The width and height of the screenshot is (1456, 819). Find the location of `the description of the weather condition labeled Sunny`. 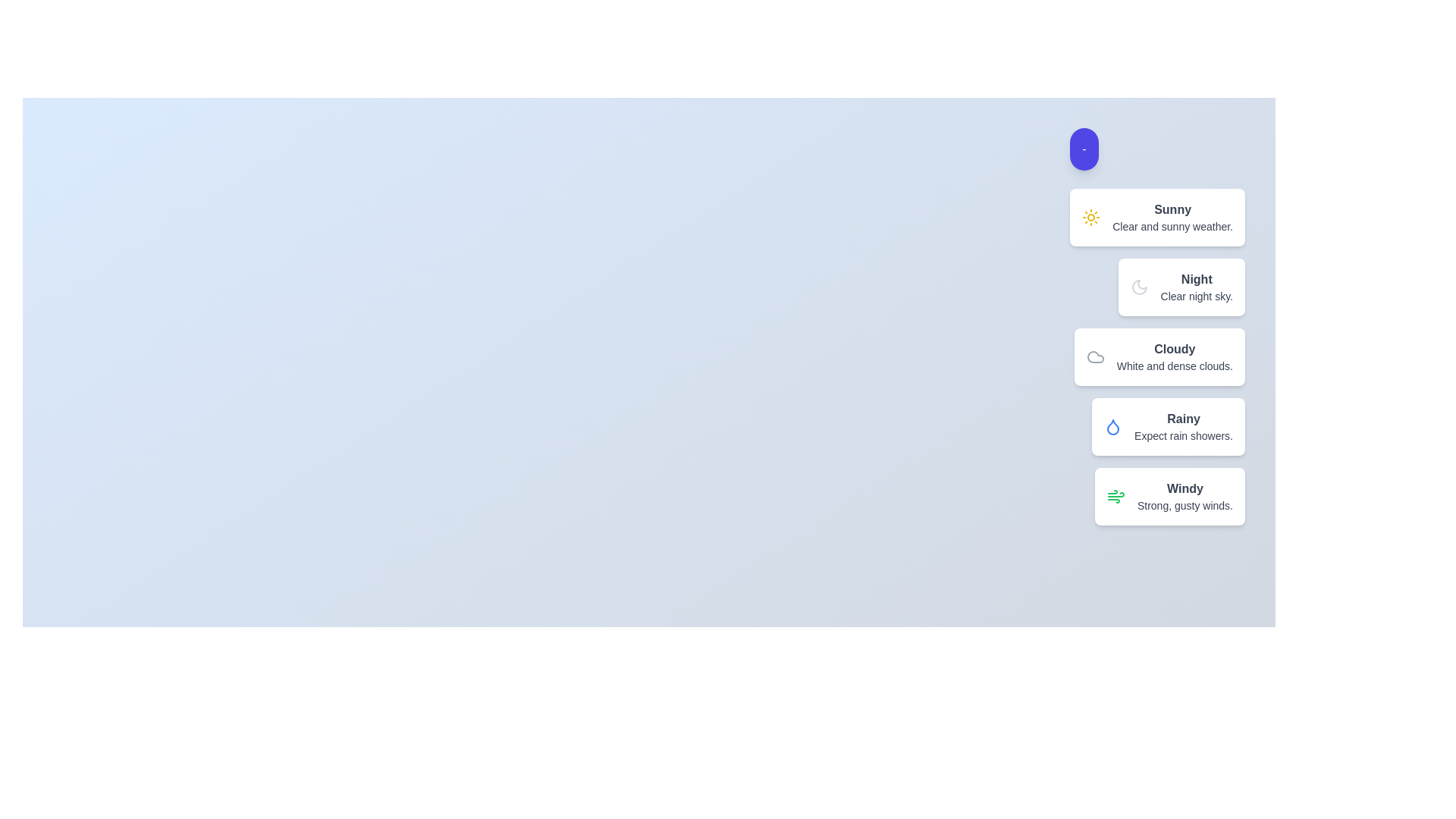

the description of the weather condition labeled Sunny is located at coordinates (1156, 217).